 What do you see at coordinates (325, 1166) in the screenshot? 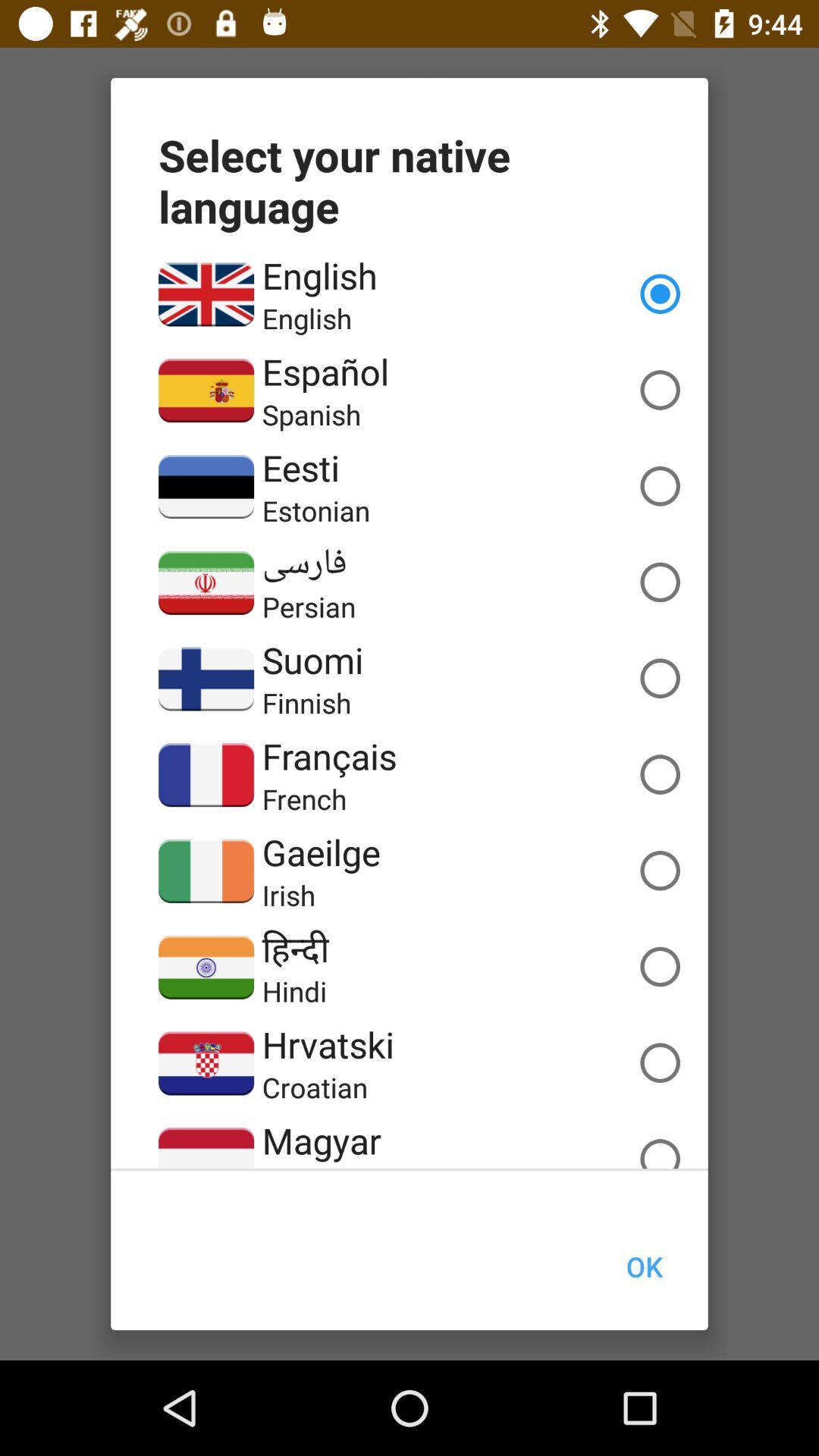
I see `hungarian app` at bounding box center [325, 1166].